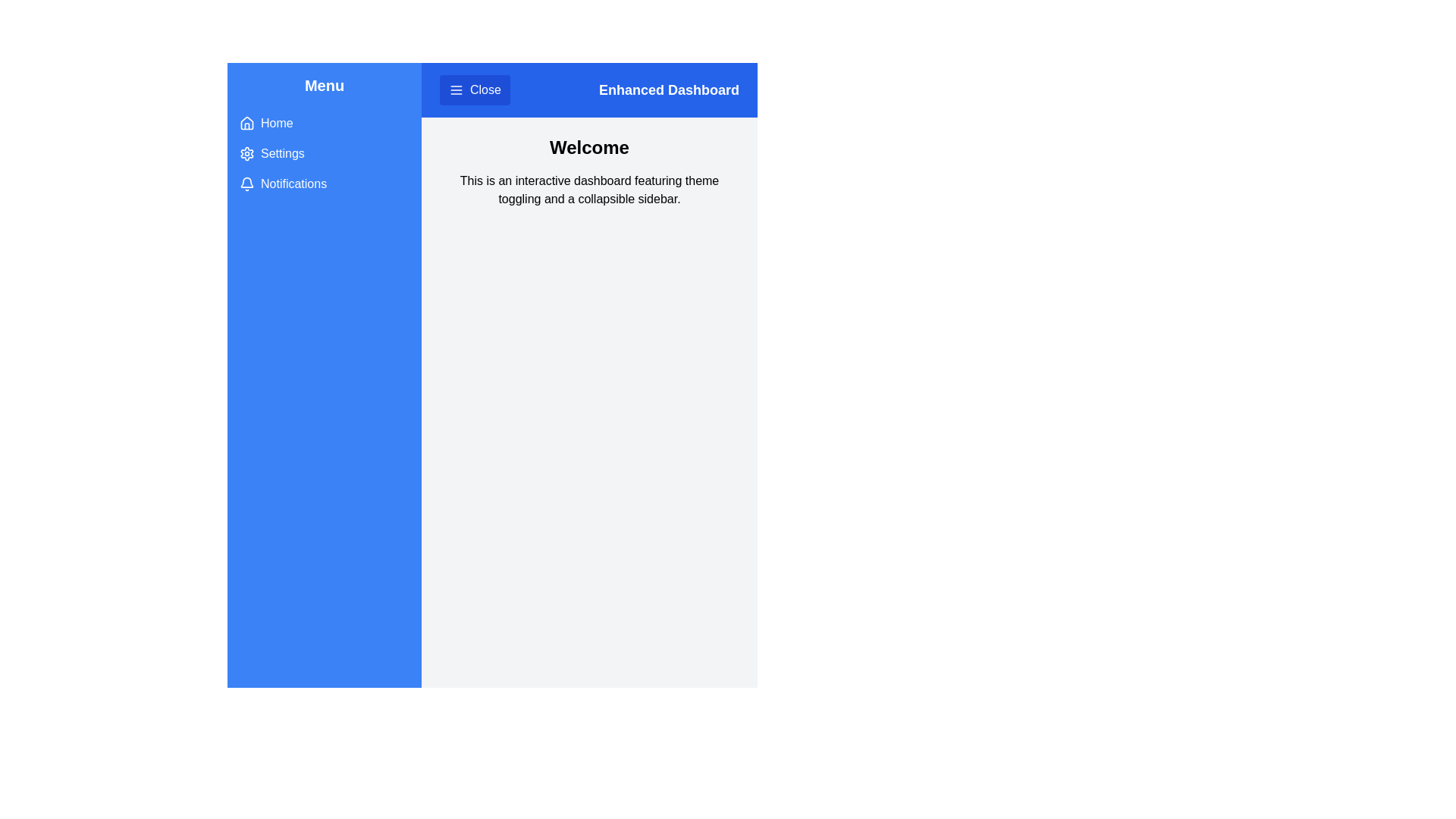  Describe the element at coordinates (247, 154) in the screenshot. I see `the gear-shaped icon in the sidebar menu` at that location.